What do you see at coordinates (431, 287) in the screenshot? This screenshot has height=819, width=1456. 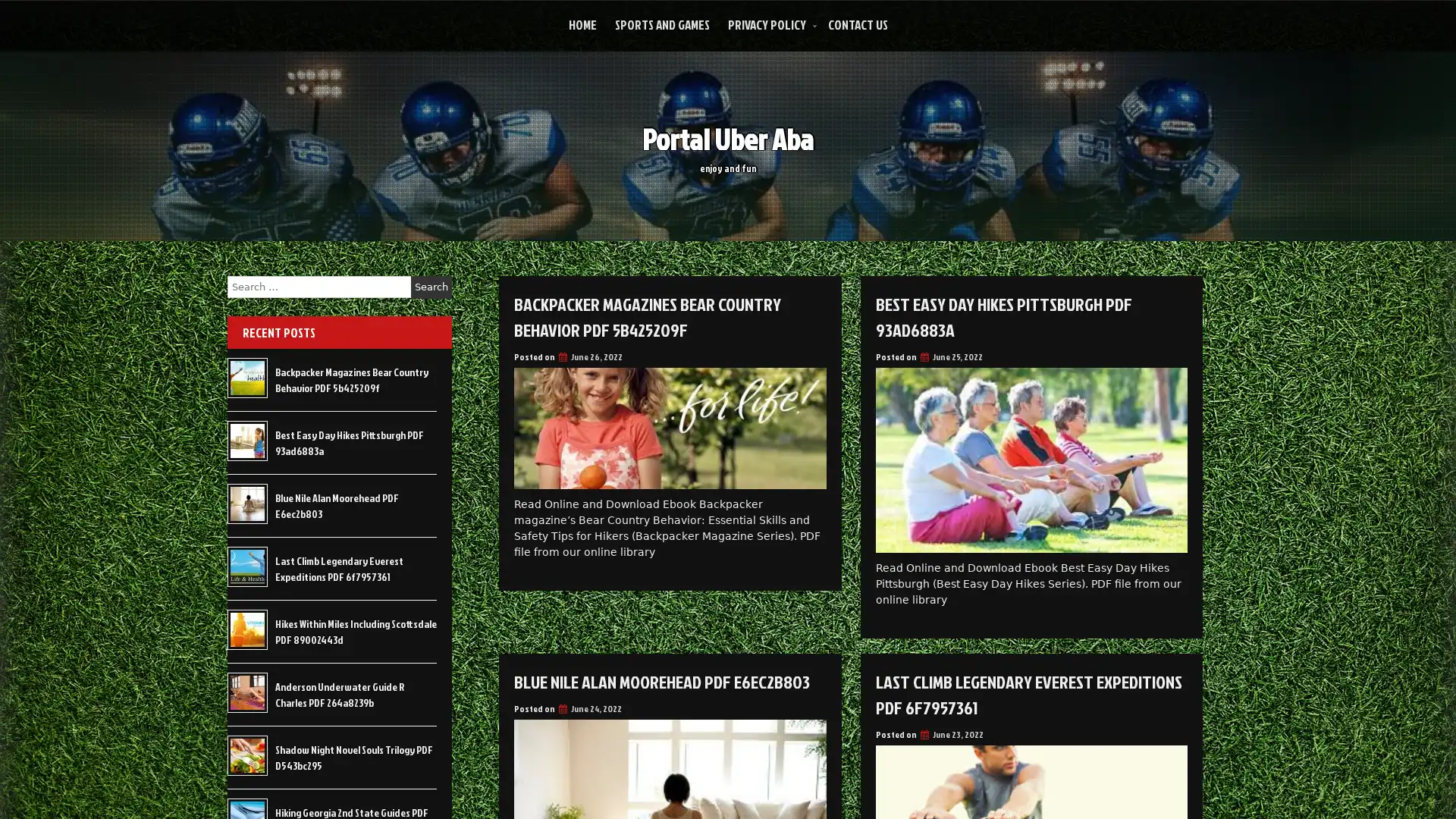 I see `Search` at bounding box center [431, 287].